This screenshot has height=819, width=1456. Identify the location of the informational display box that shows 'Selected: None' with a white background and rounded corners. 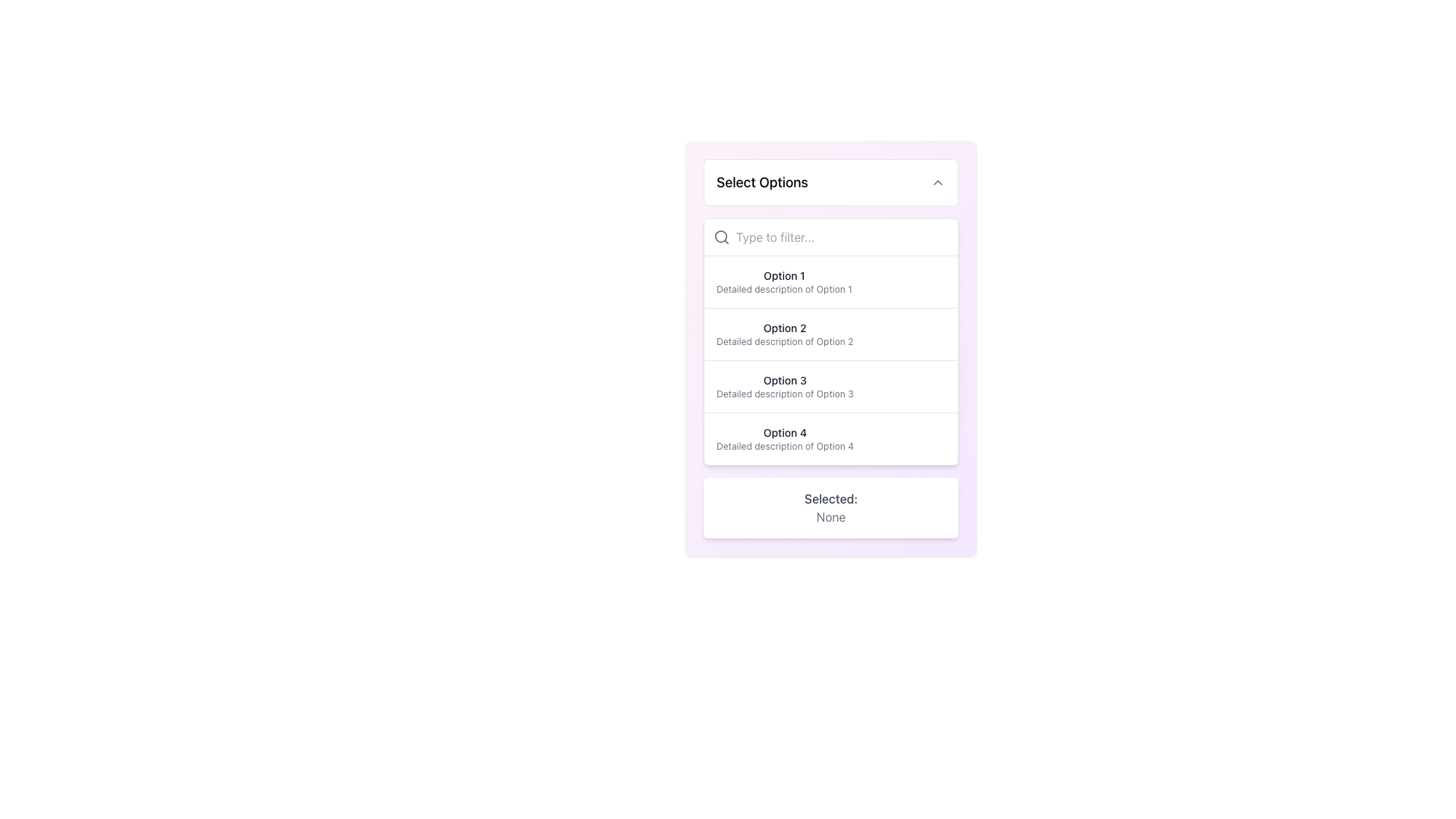
(830, 508).